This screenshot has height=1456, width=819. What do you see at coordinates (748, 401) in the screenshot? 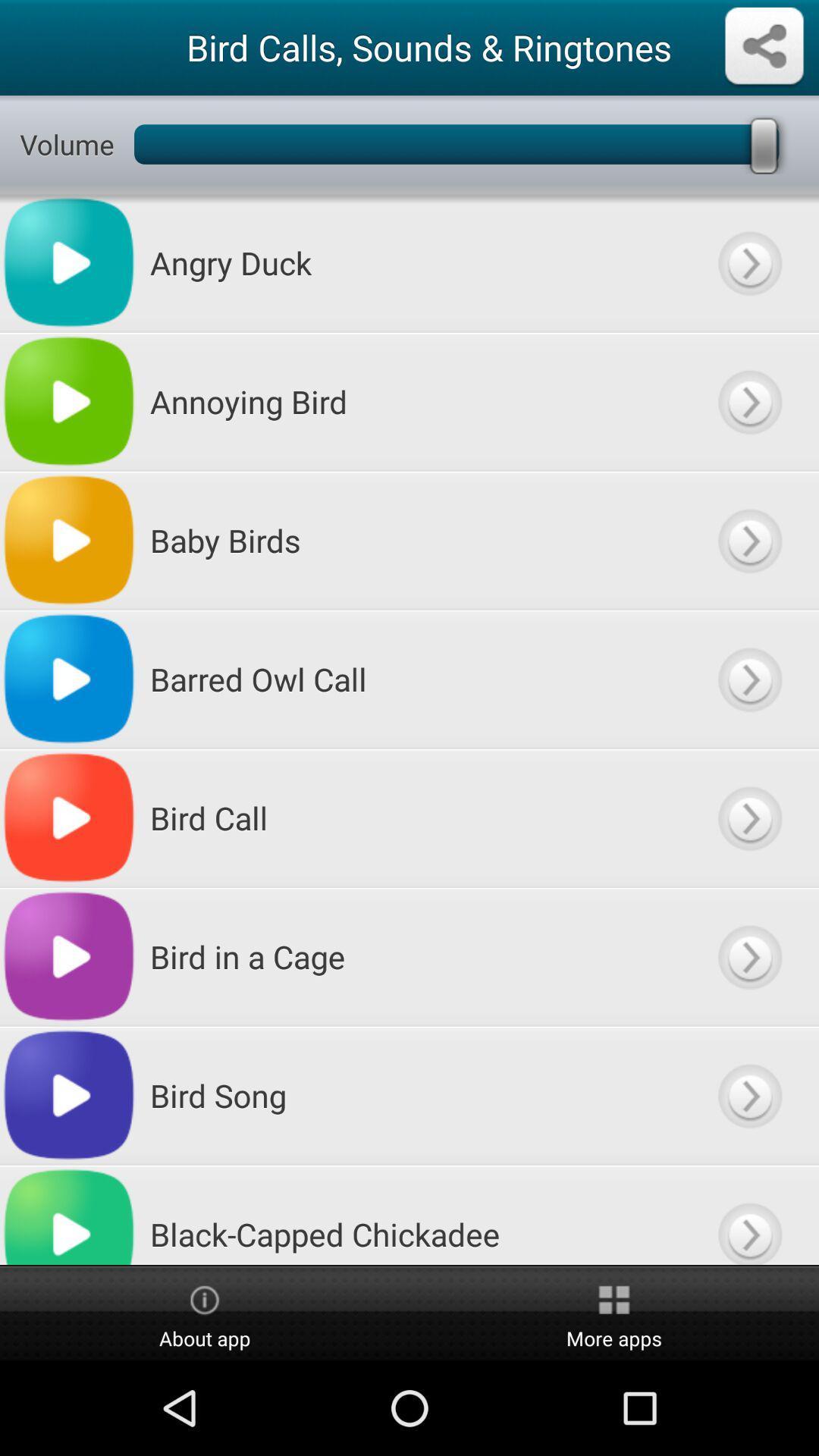
I see `listen annoying bird` at bounding box center [748, 401].